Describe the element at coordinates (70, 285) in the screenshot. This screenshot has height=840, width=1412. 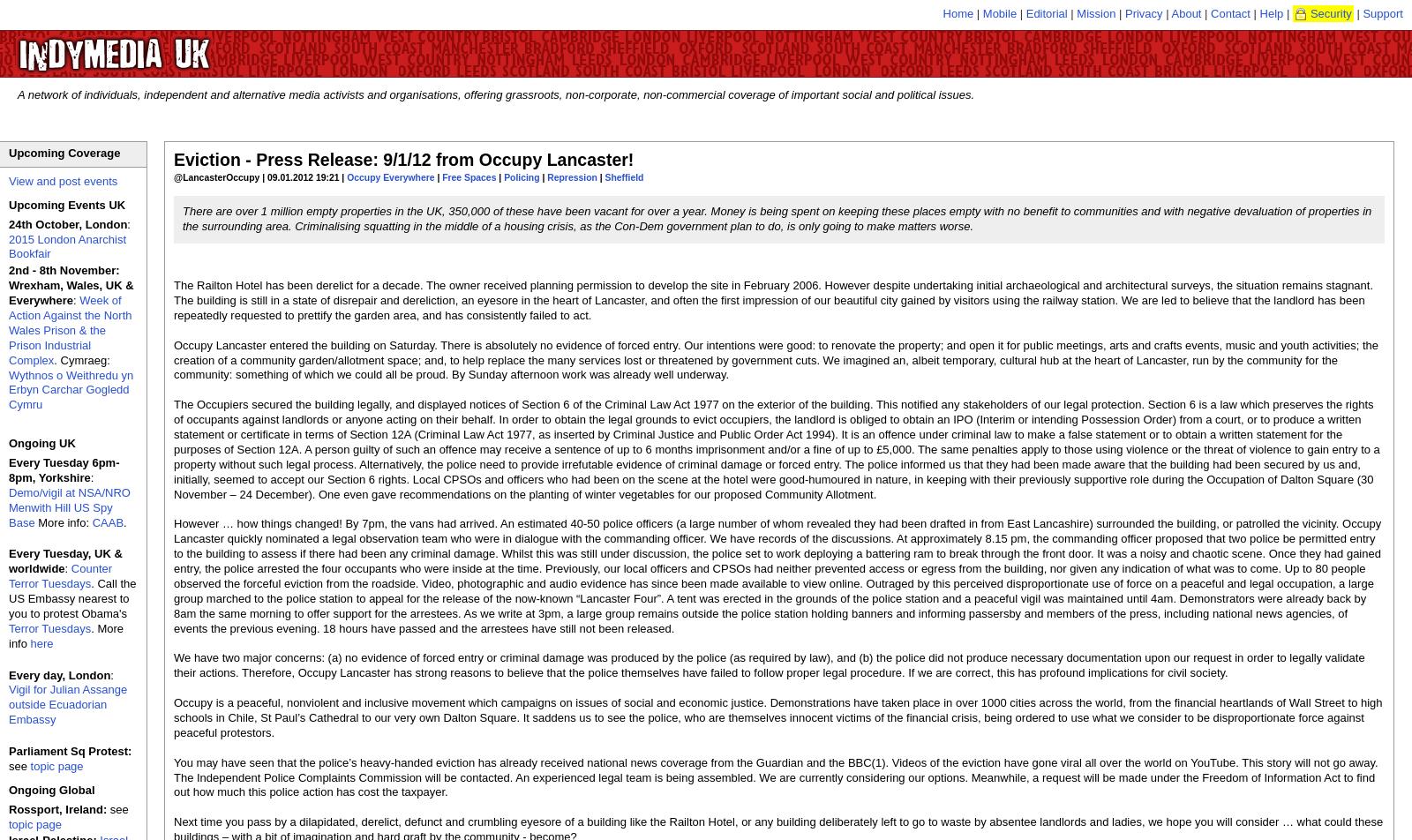
I see `'2nd - 8th November: Wrexham, Wales, UK & Everywhere'` at that location.